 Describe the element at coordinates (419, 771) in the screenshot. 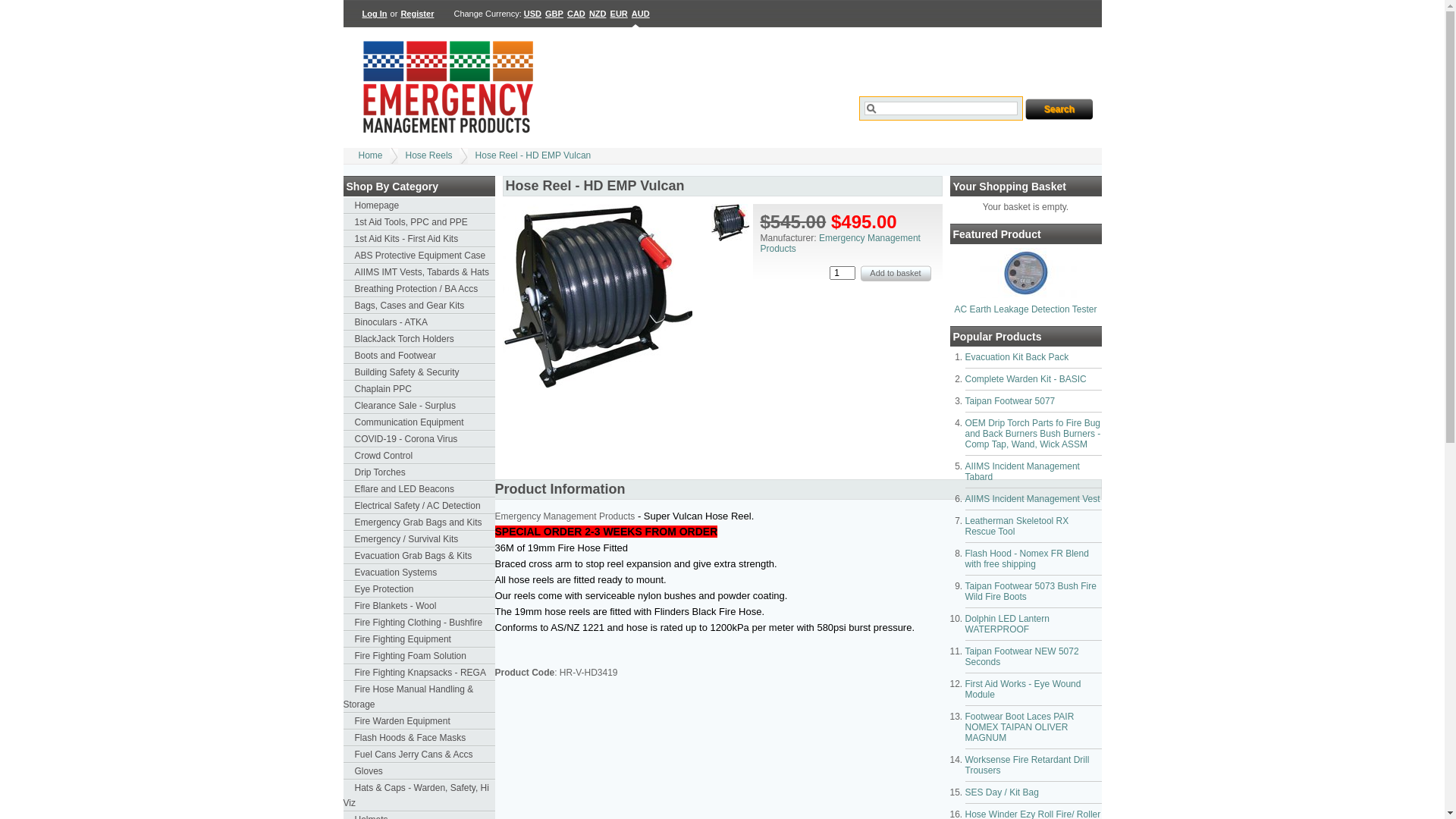

I see `'Gloves'` at that location.